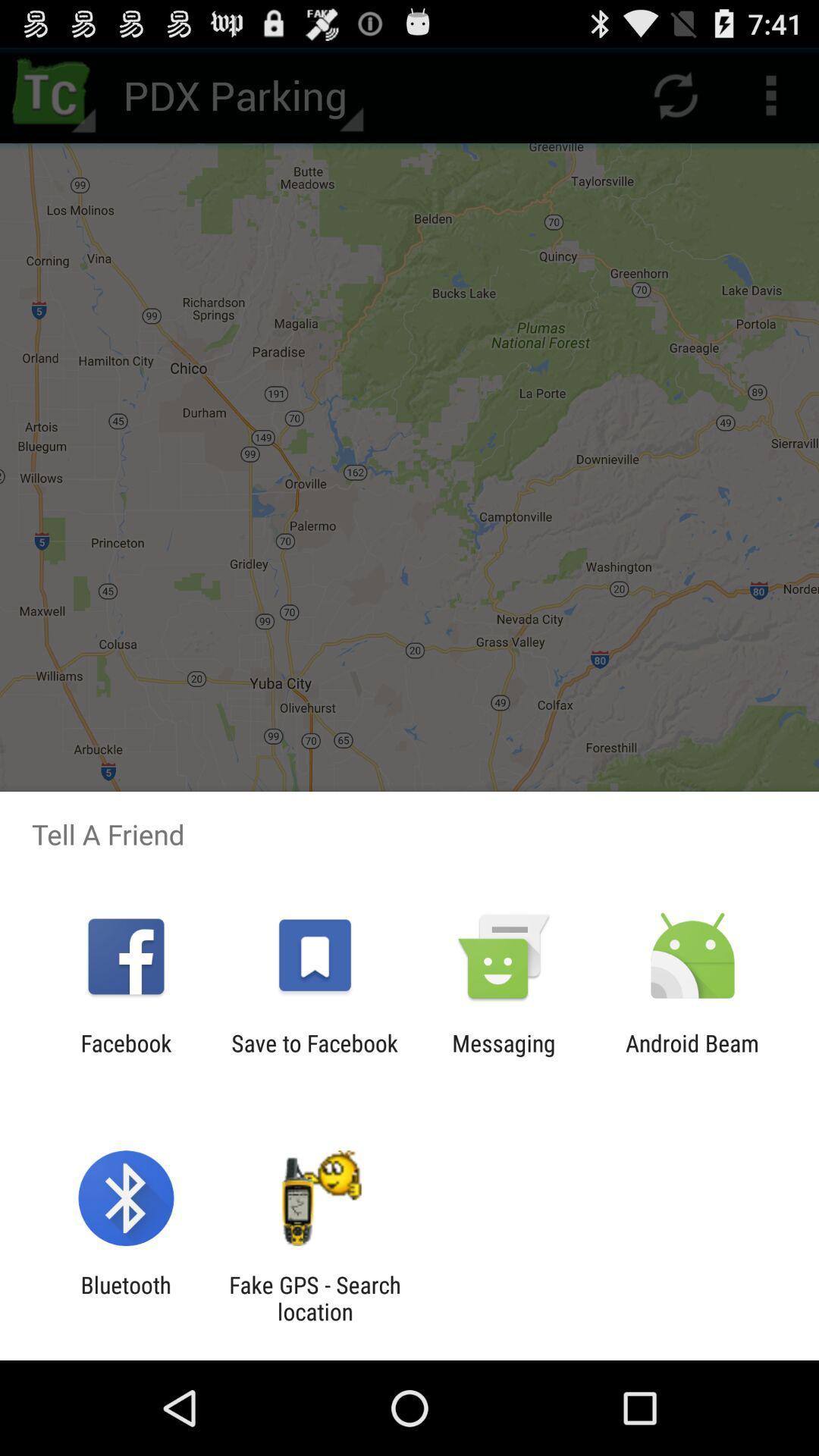  I want to click on icon next to the facebook, so click(314, 1056).